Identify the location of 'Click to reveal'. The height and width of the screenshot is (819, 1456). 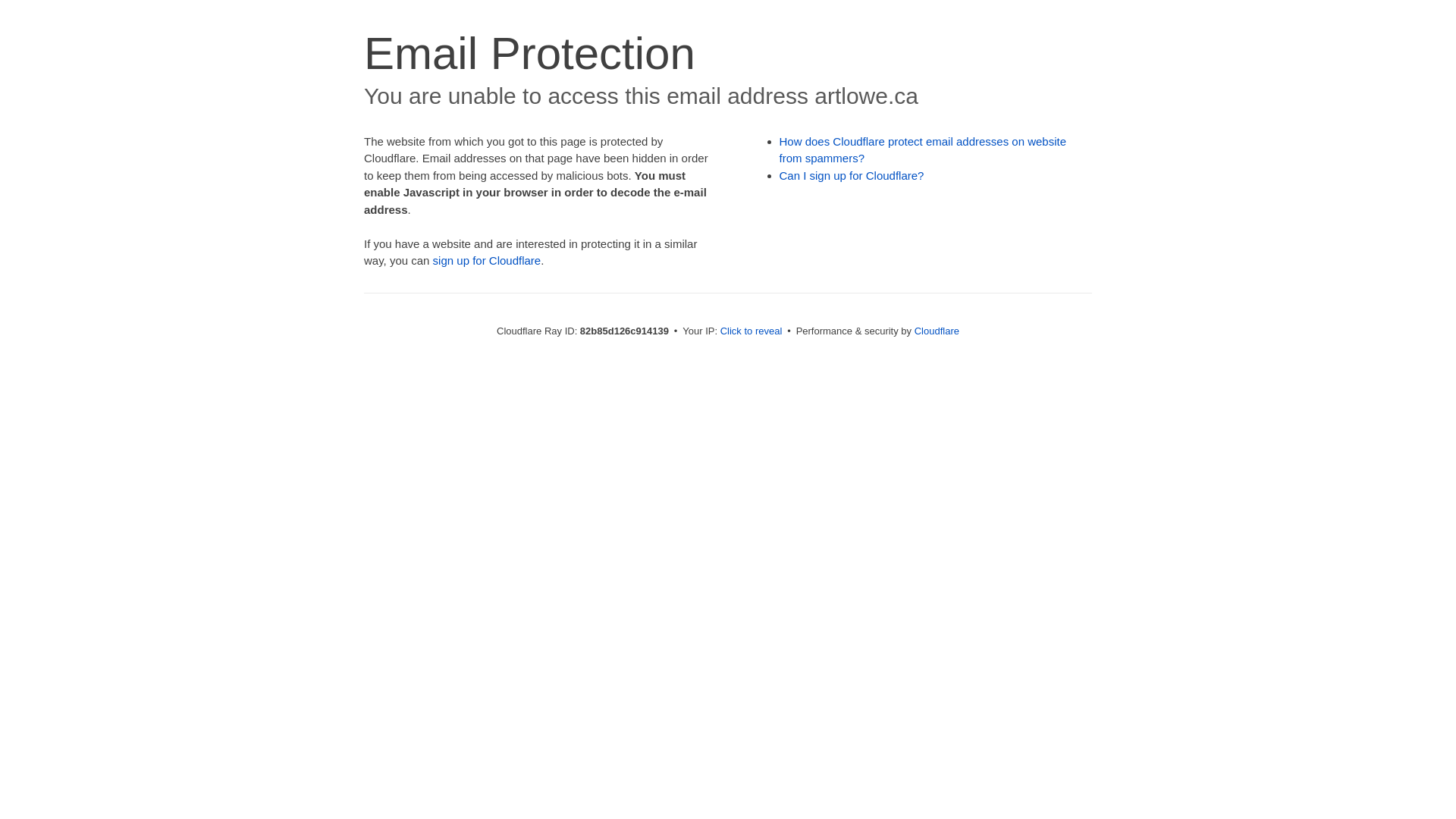
(751, 330).